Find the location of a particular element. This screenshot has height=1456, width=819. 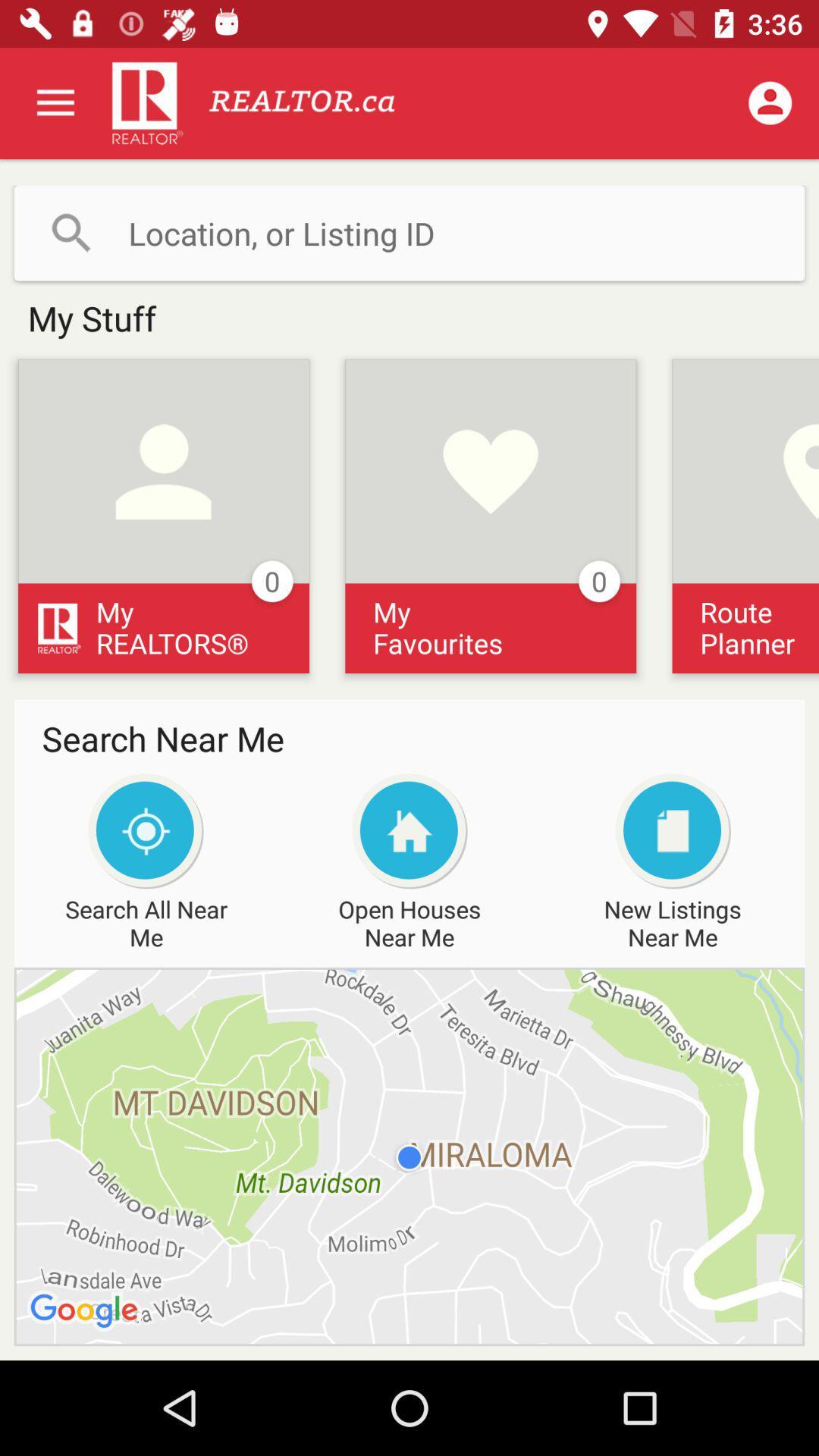

put location is located at coordinates (409, 232).